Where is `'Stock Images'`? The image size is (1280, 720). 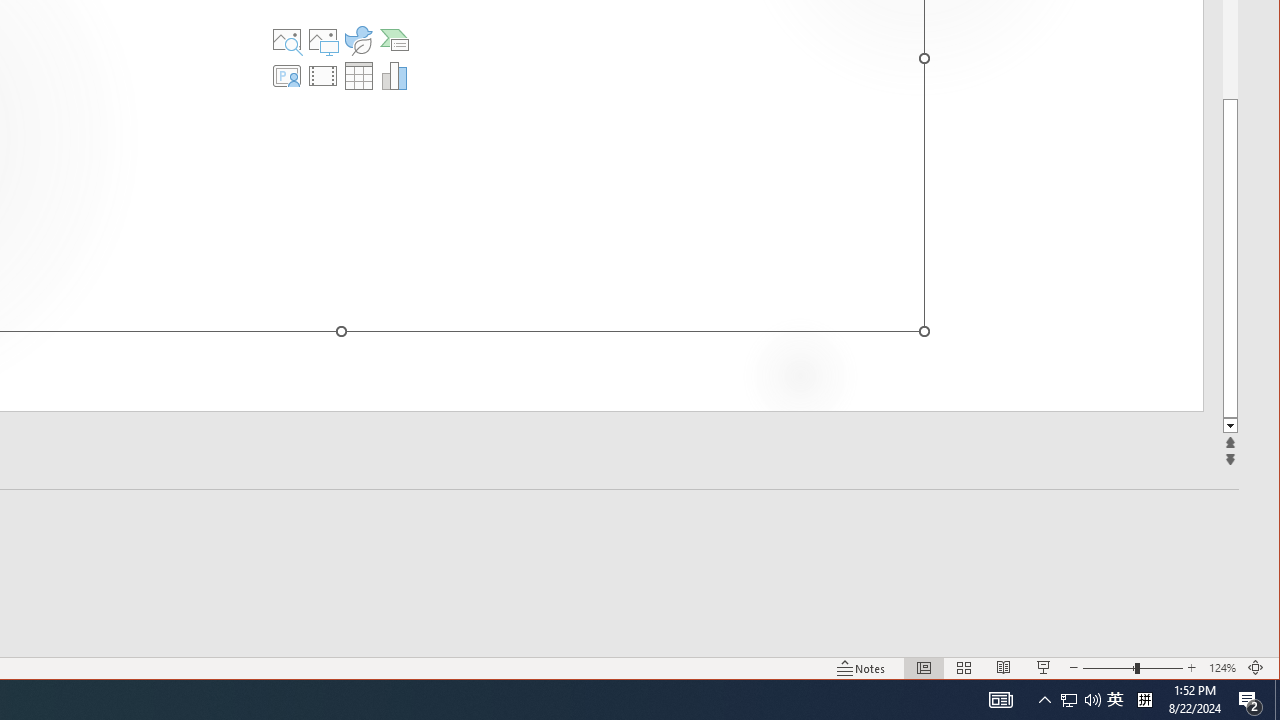
'Stock Images' is located at coordinates (286, 39).